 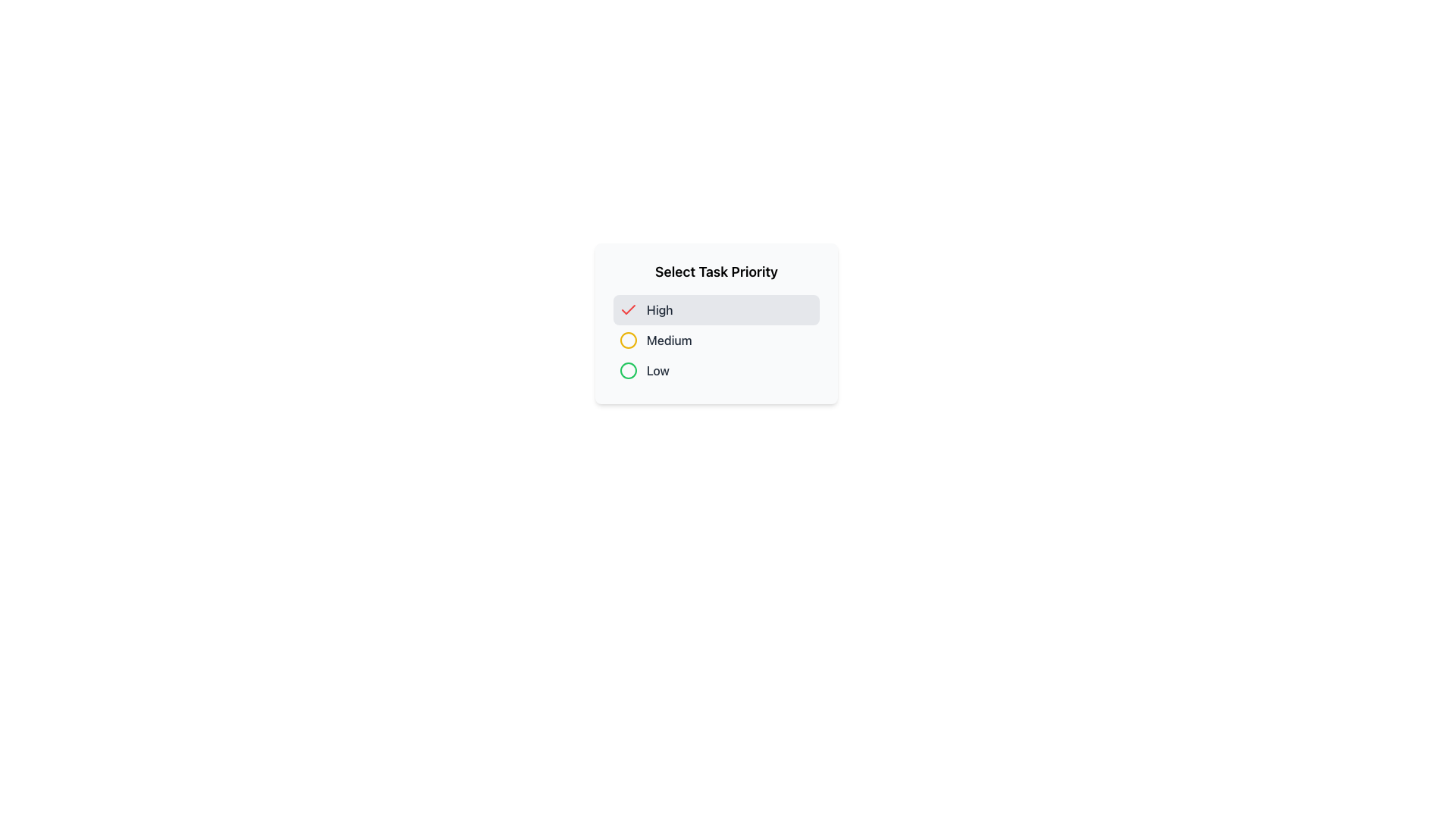 What do you see at coordinates (658, 371) in the screenshot?
I see `the static text label indicating the low priority level in the 'Select Task Priority' dialog box` at bounding box center [658, 371].